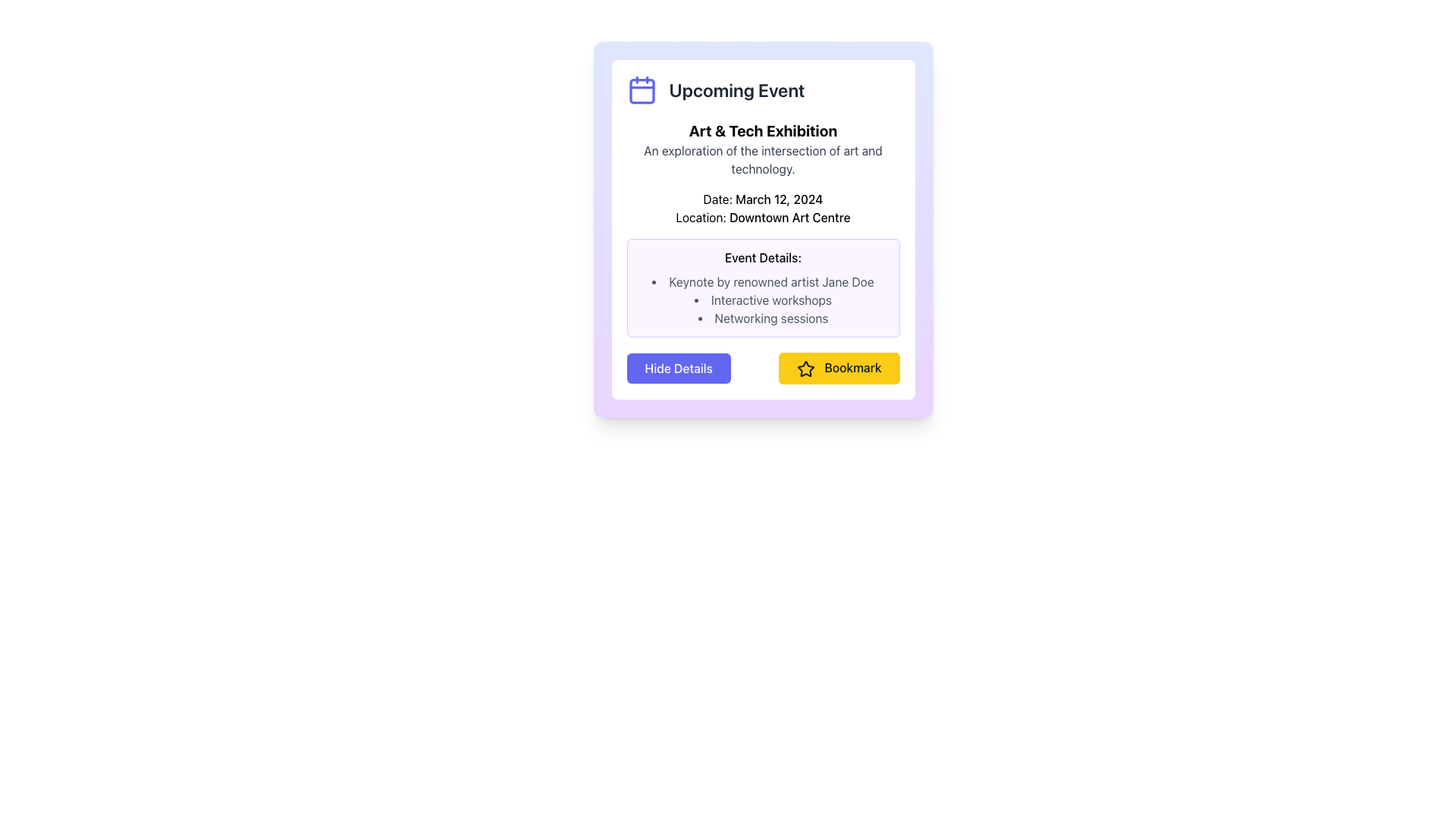 The image size is (1456, 819). What do you see at coordinates (763, 130) in the screenshot?
I see `the text label displaying 'Art & Tech Exhibition'` at bounding box center [763, 130].